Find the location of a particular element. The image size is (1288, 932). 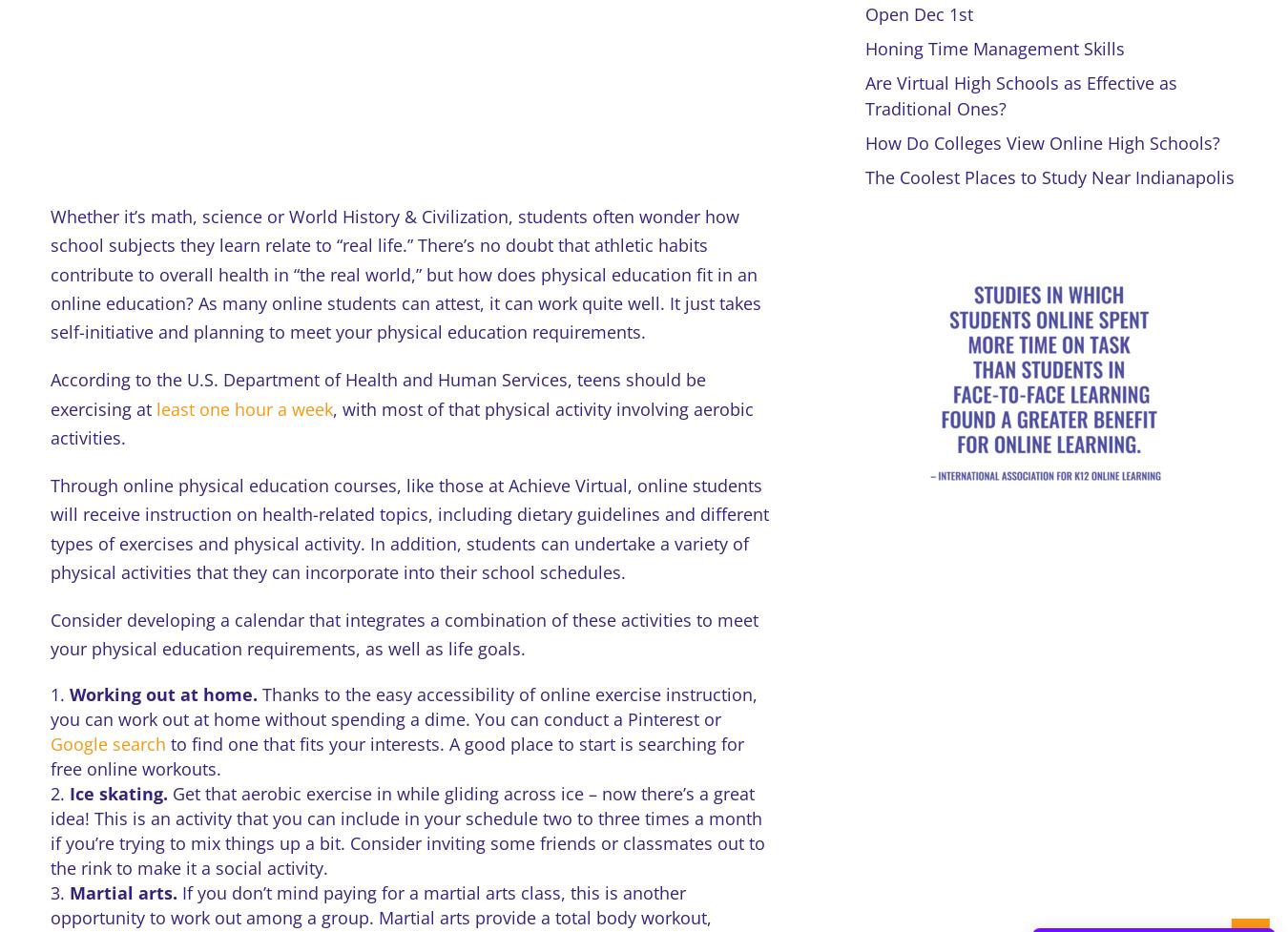

'Ice skating.' is located at coordinates (119, 793).